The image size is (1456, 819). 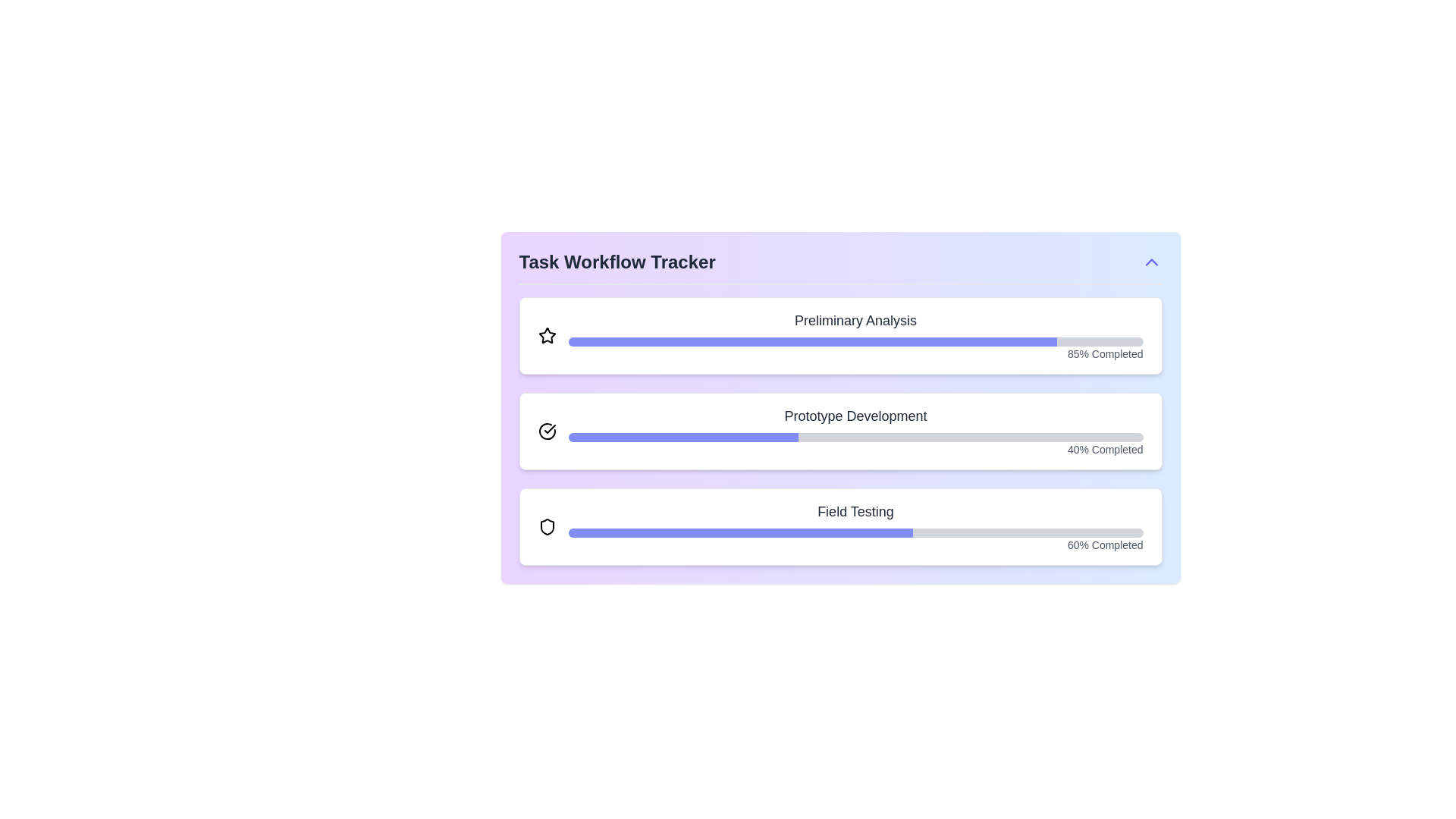 What do you see at coordinates (855, 438) in the screenshot?
I see `the progress bar that is visually characterized by a gray background and a blue filled portion indicating 40% completion, located centrally within the task card section` at bounding box center [855, 438].